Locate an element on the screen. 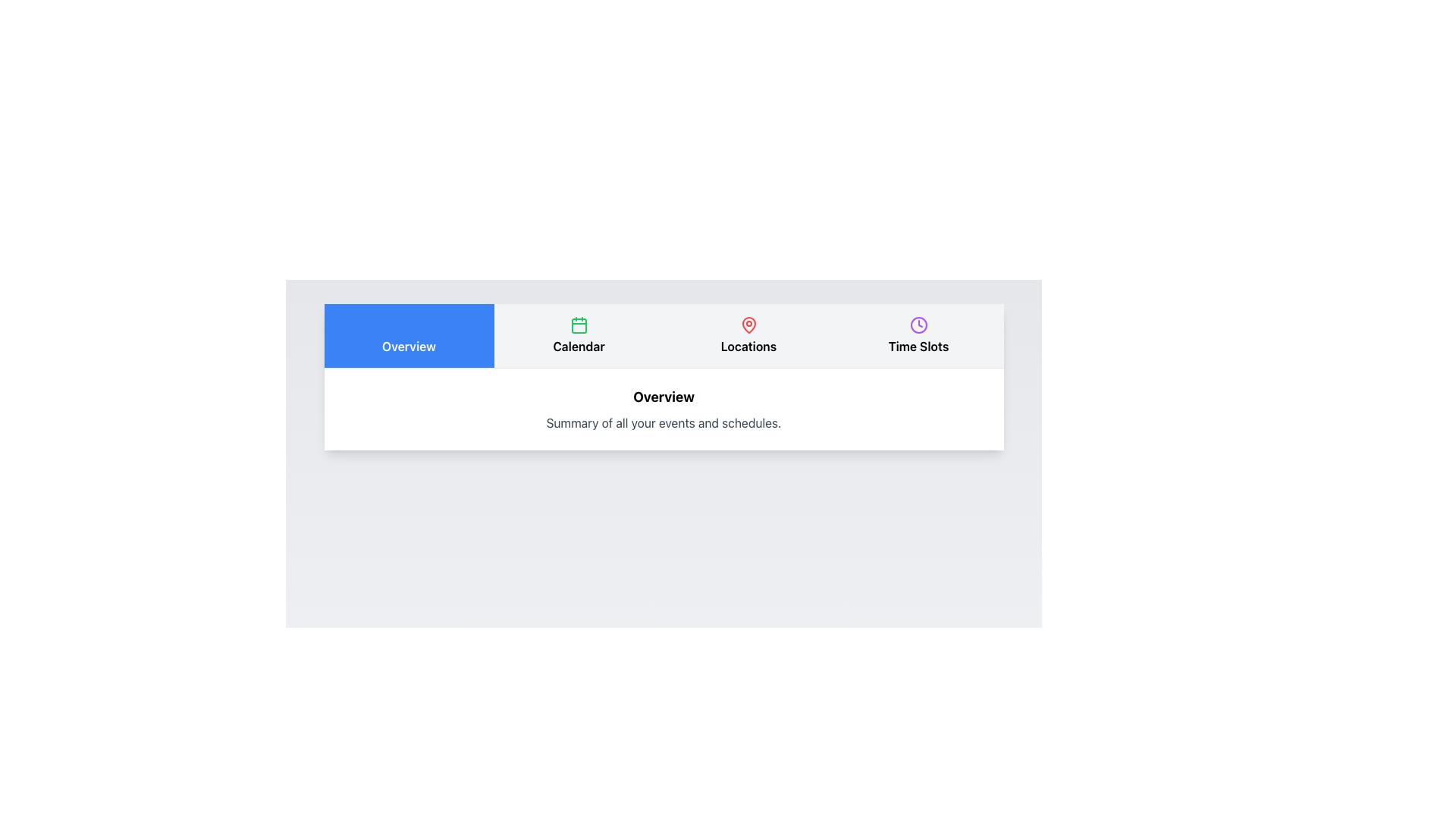 This screenshot has height=819, width=1456. text label displaying 'Calendar' located below the green calendar icon in the horizontal navigation bar at the top center of the interface is located at coordinates (578, 346).